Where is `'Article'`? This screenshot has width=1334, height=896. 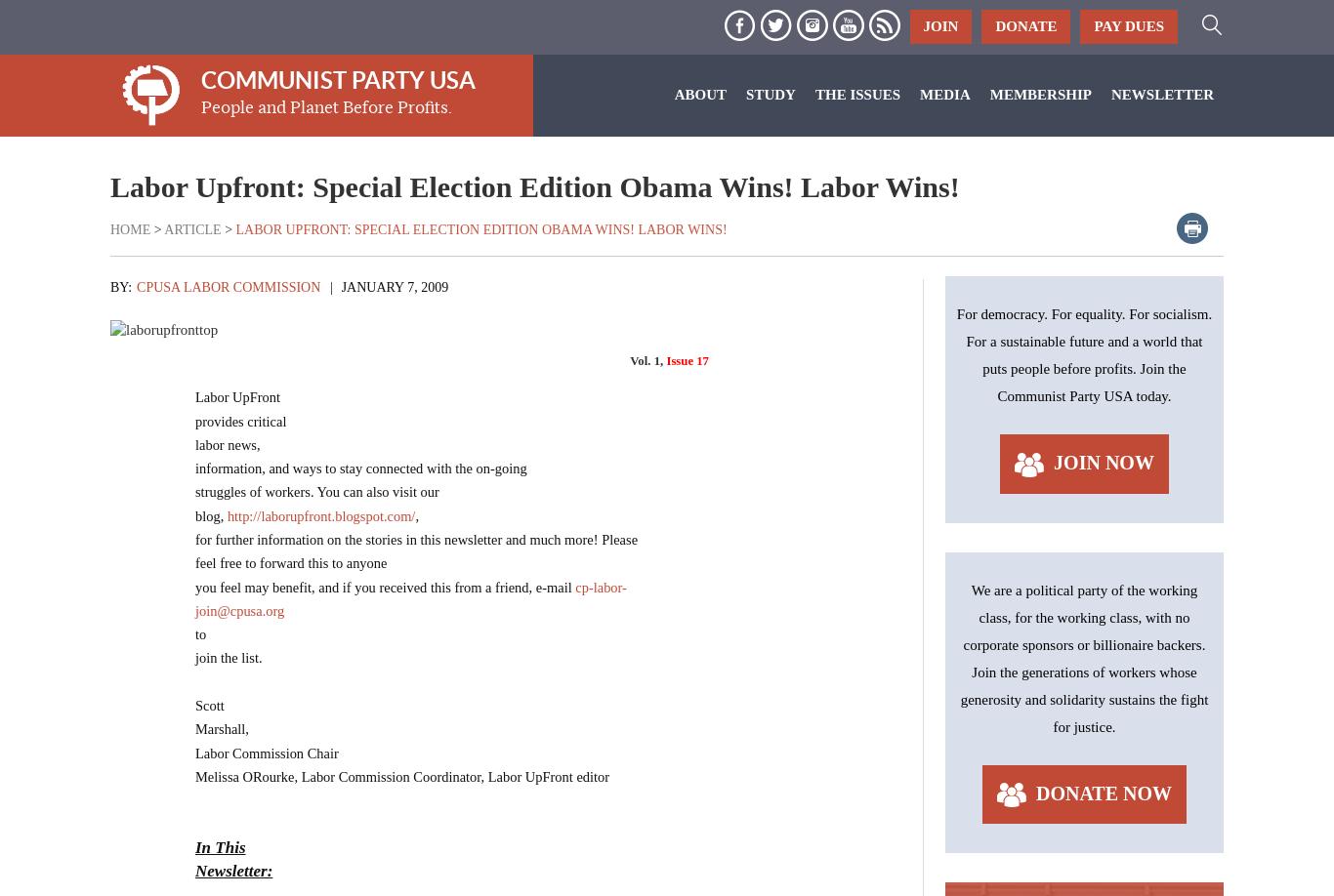 'Article' is located at coordinates (190, 227).